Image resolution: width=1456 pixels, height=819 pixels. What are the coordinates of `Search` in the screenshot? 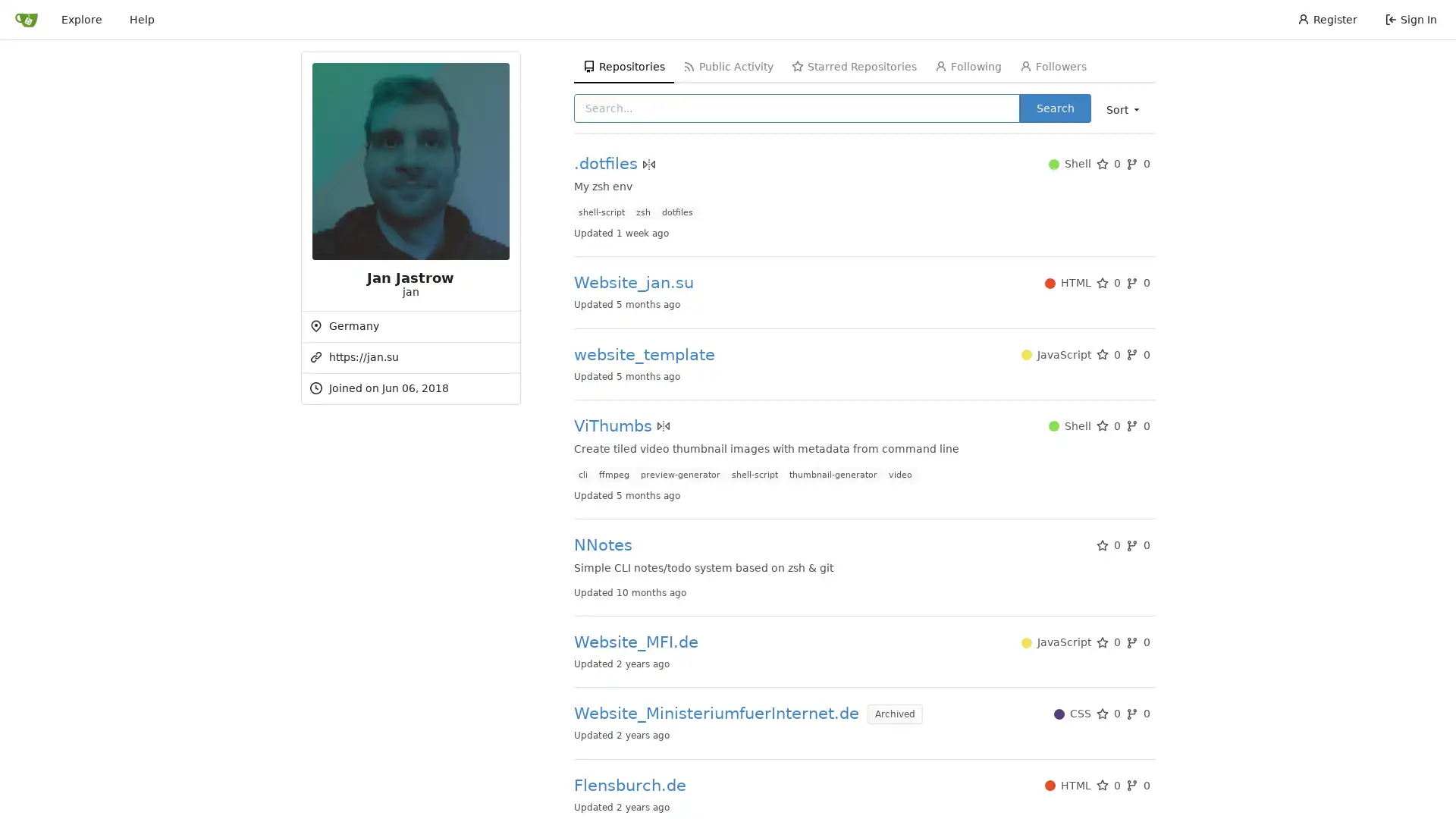 It's located at (1054, 107).